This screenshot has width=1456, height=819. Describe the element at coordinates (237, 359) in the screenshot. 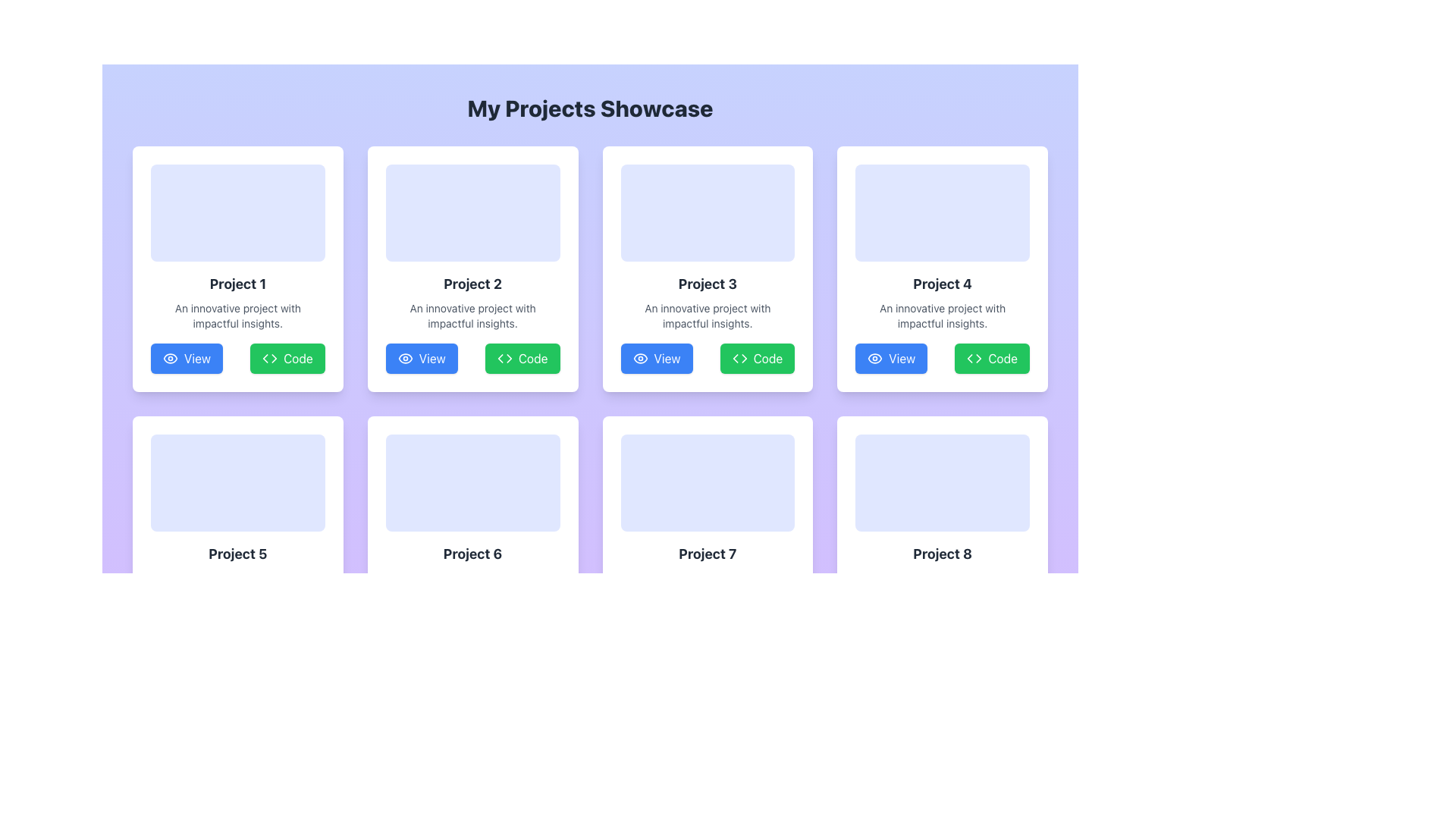

I see `the 'Code' button, which is part of the composite UI component with two buttons and a decorative dot, located in the bottom section of the 'Project 1' card` at that location.